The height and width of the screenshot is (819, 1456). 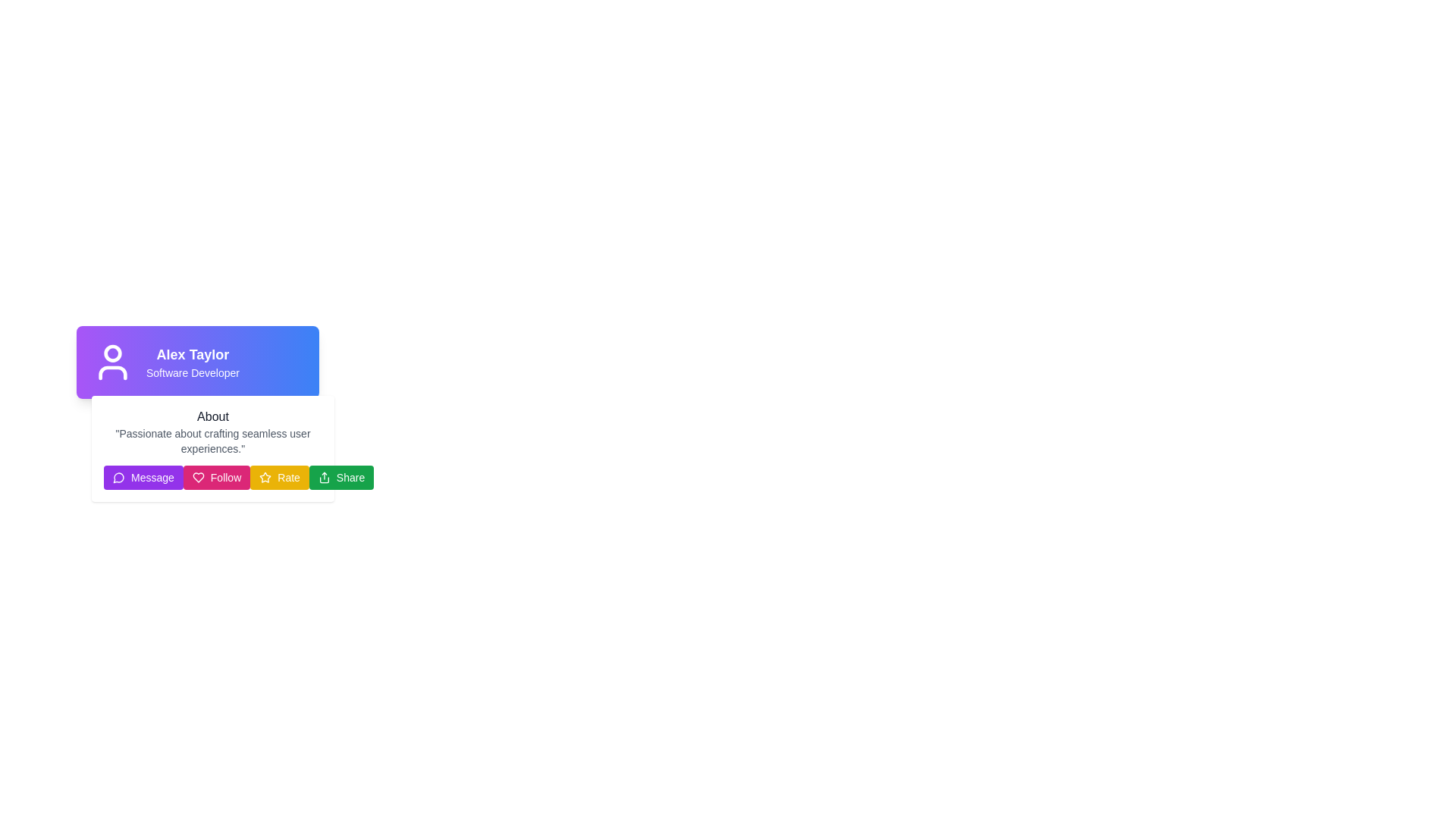 What do you see at coordinates (216, 476) in the screenshot?
I see `the pink 'Follow' button with white text and a heart icon located at the bottom of the card, which is the second button in a row of buttons` at bounding box center [216, 476].